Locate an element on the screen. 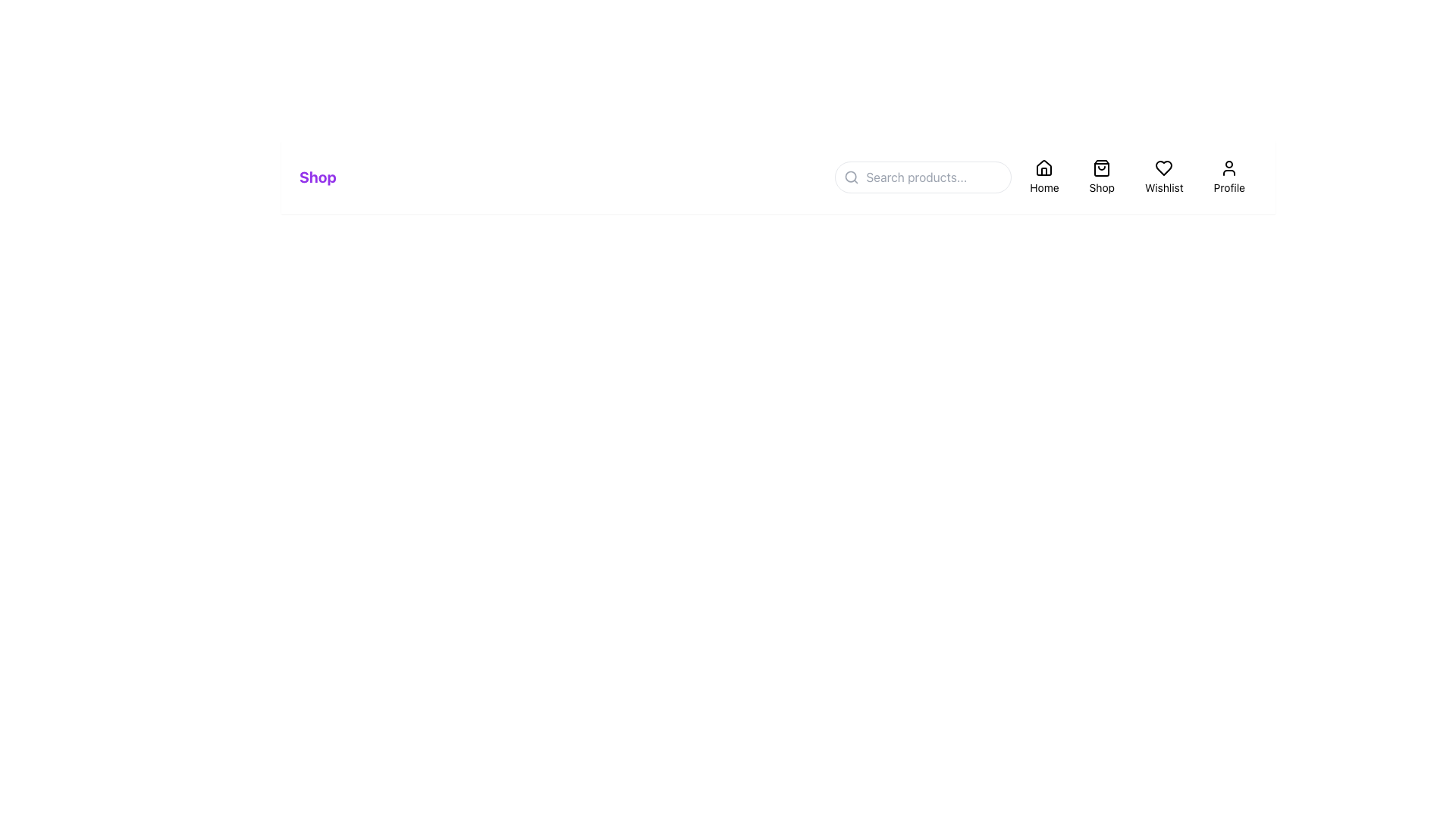 The width and height of the screenshot is (1456, 819). the search icon, which is a gray SVG graphic representing a magnifying glass, located at the beginning of the search input field is located at coordinates (852, 177).